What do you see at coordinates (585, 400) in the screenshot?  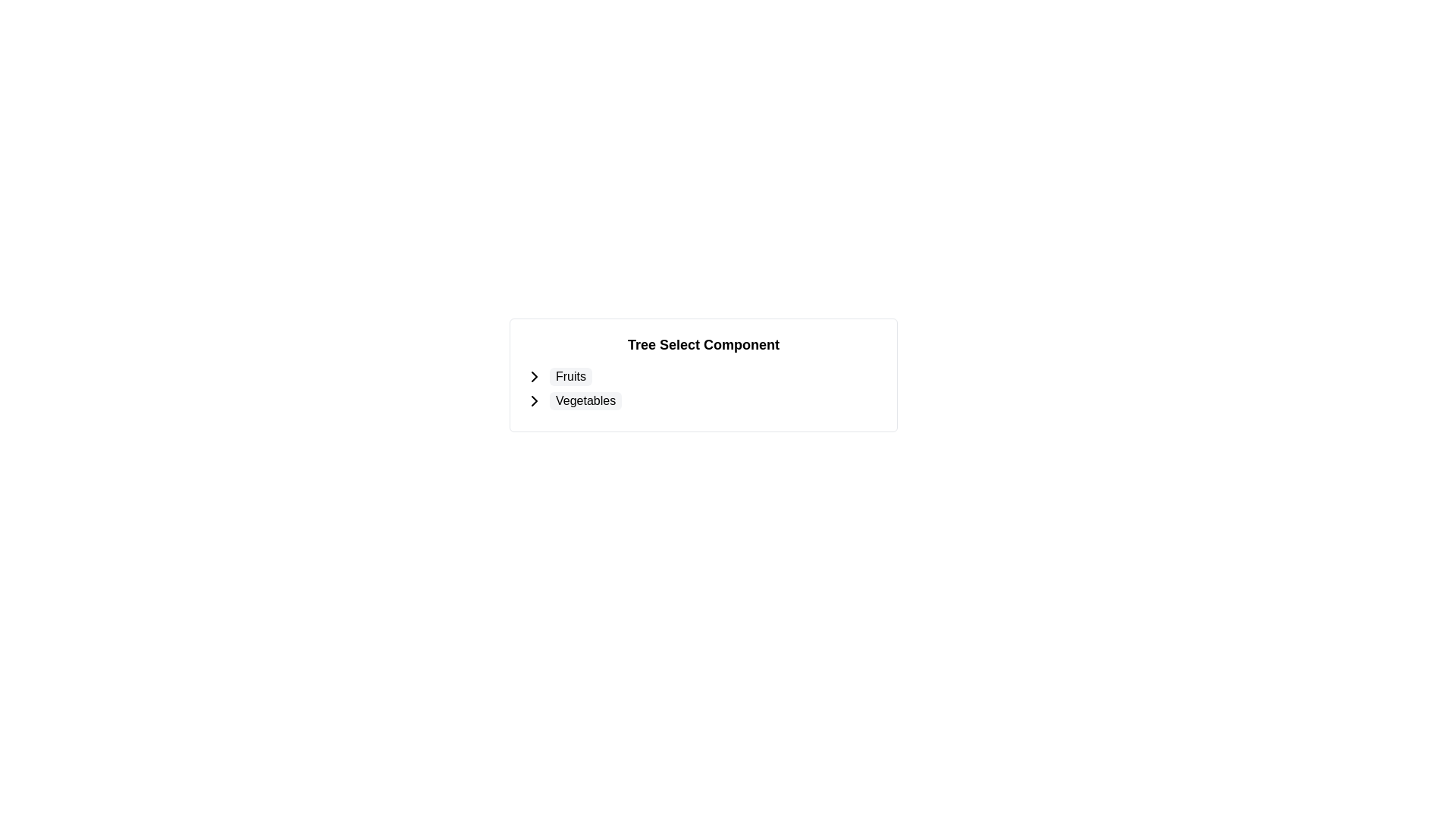 I see `the 'Vegetables' label in the Tree Select Component` at bounding box center [585, 400].